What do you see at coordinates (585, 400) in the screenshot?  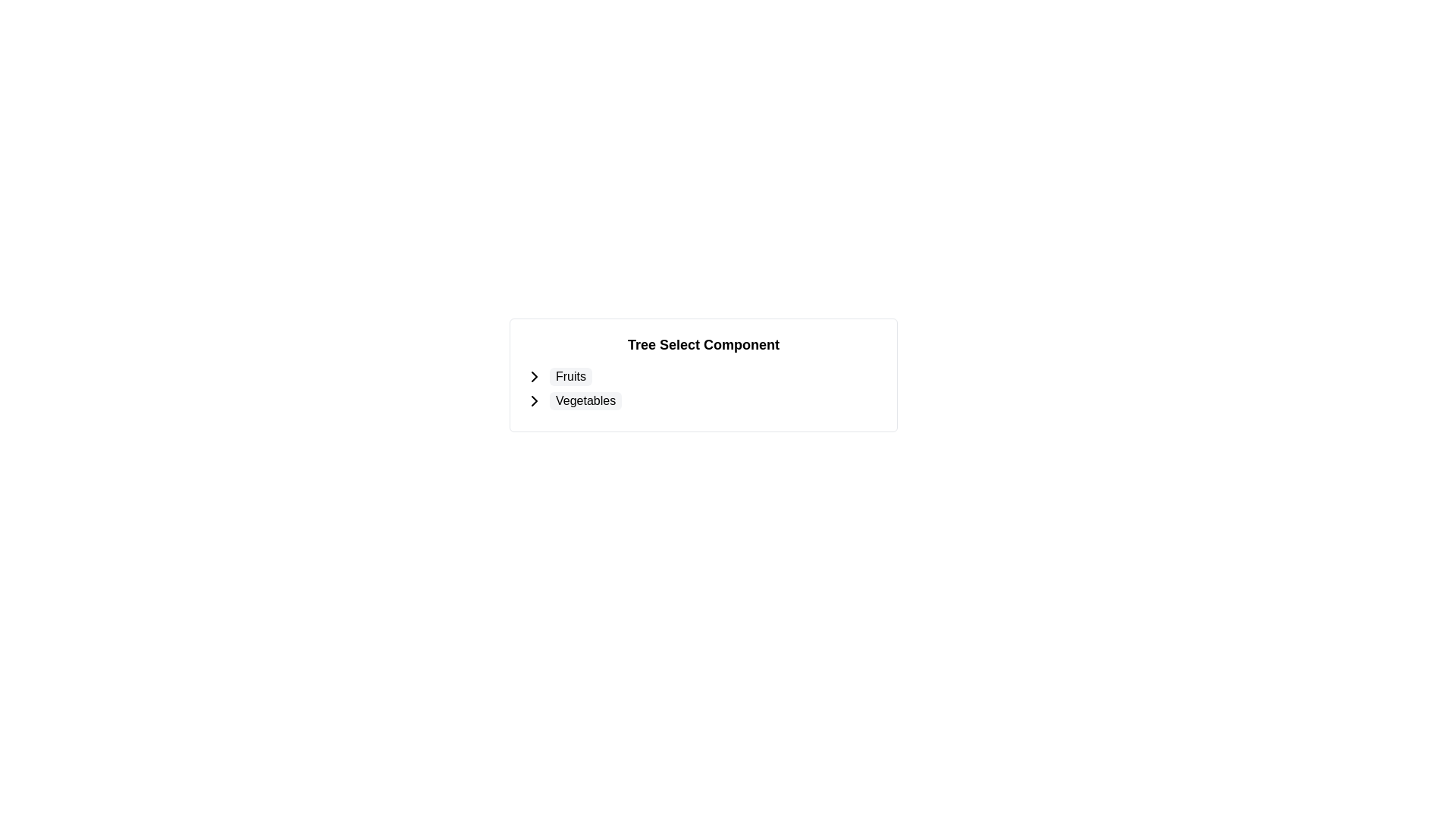 I see `the 'Vegetables' label in the Tree Select Component` at bounding box center [585, 400].